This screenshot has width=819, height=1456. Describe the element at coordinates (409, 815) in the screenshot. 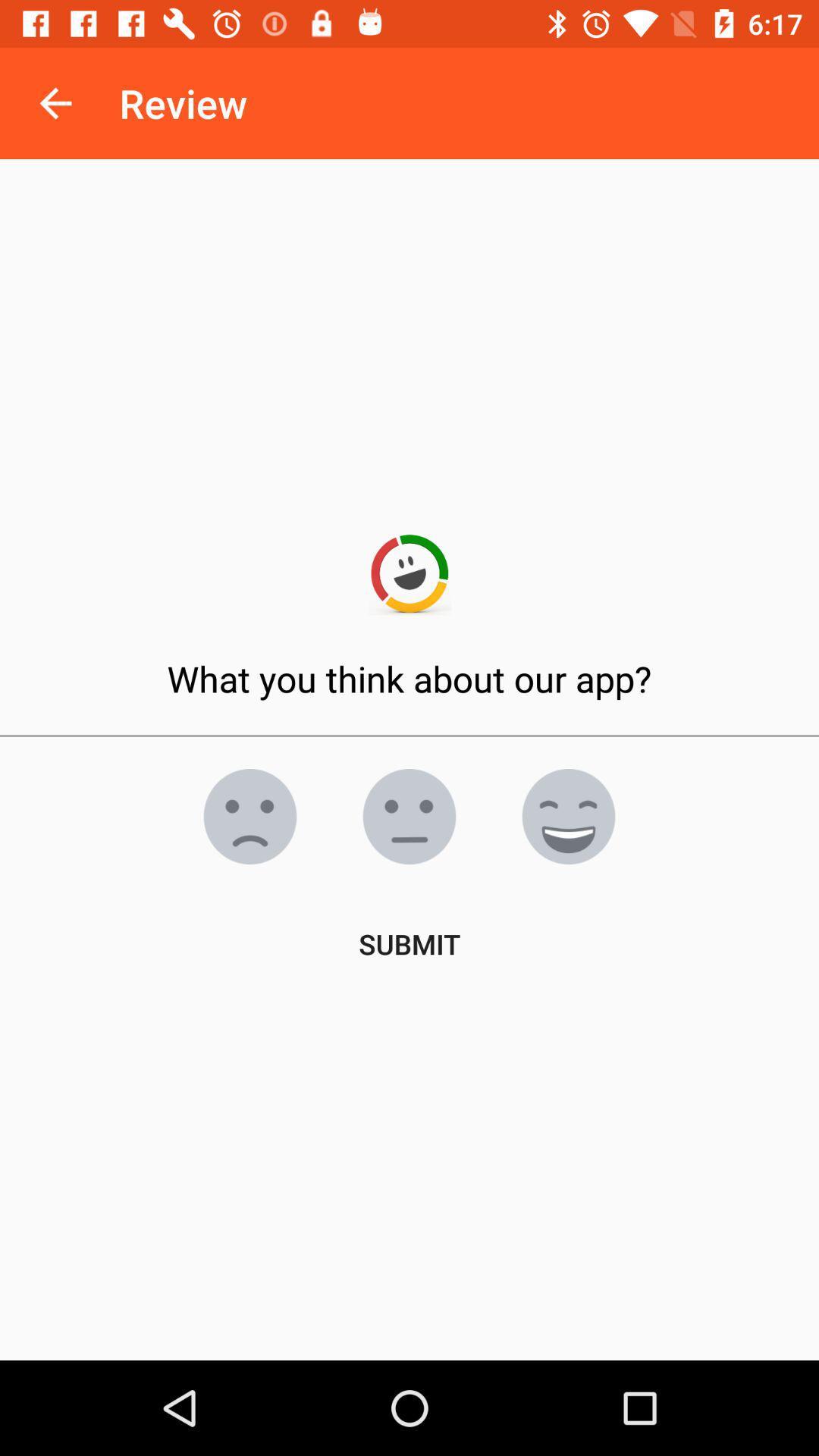

I see `item above submit` at that location.